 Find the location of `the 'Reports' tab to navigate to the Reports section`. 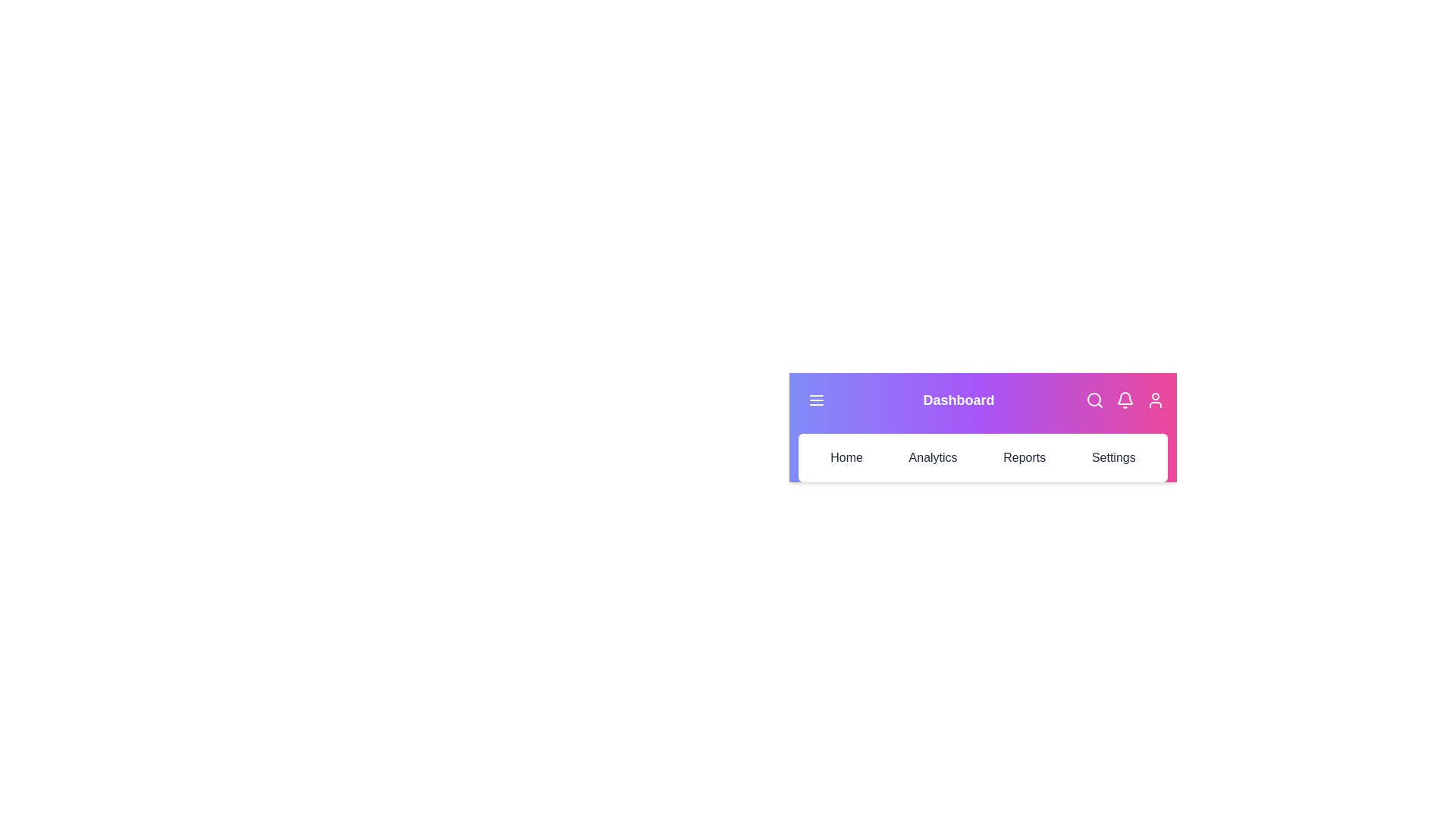

the 'Reports' tab to navigate to the Reports section is located at coordinates (1024, 457).